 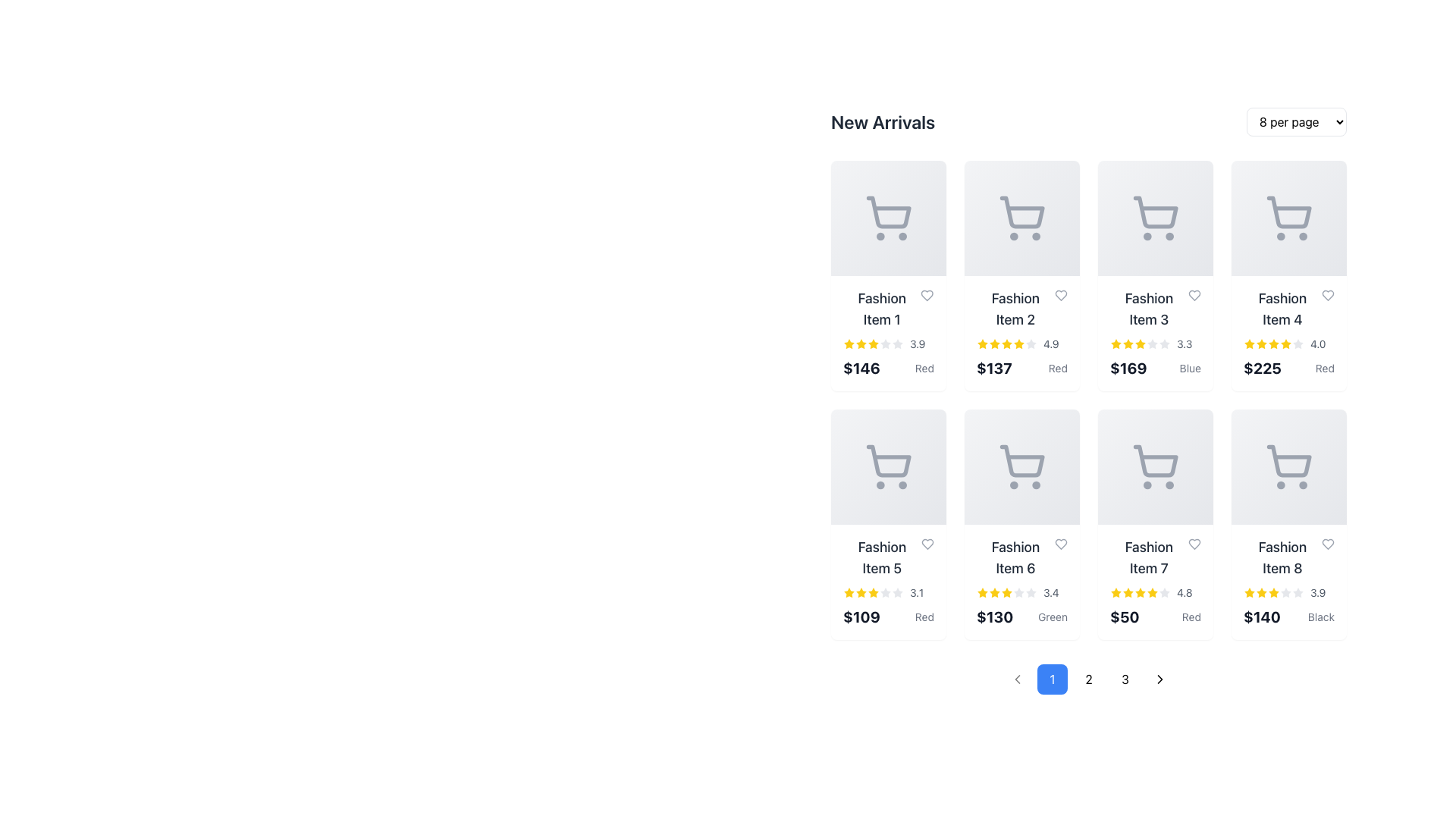 I want to click on the nearby areas related to the Text label in the 'New Arrivals' section, which serves as the product title located in the second row, third column of the grid layout, so click(x=1022, y=558).